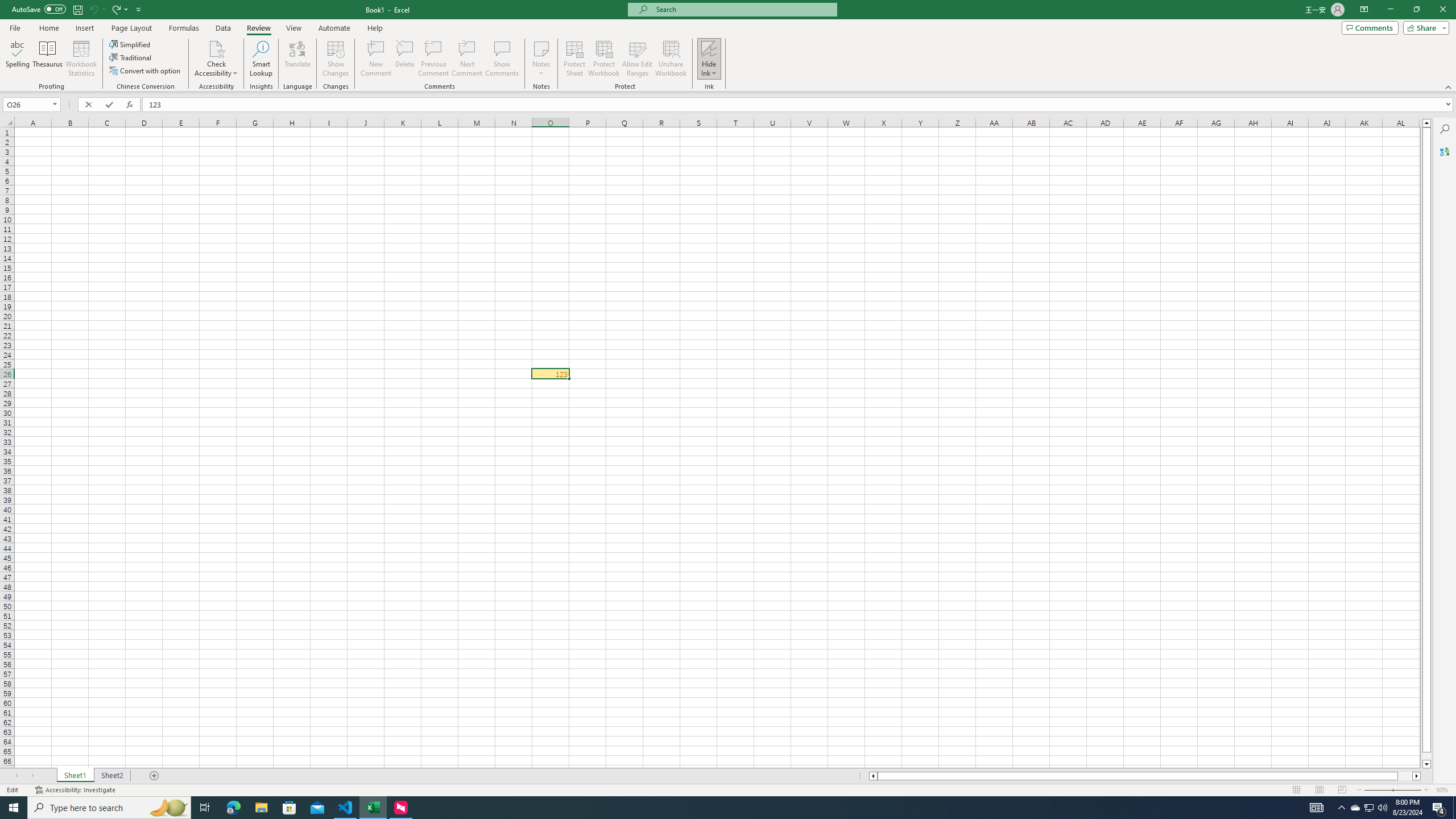 This screenshot has width=1456, height=819. Describe the element at coordinates (1426, 764) in the screenshot. I see `'Line down'` at that location.